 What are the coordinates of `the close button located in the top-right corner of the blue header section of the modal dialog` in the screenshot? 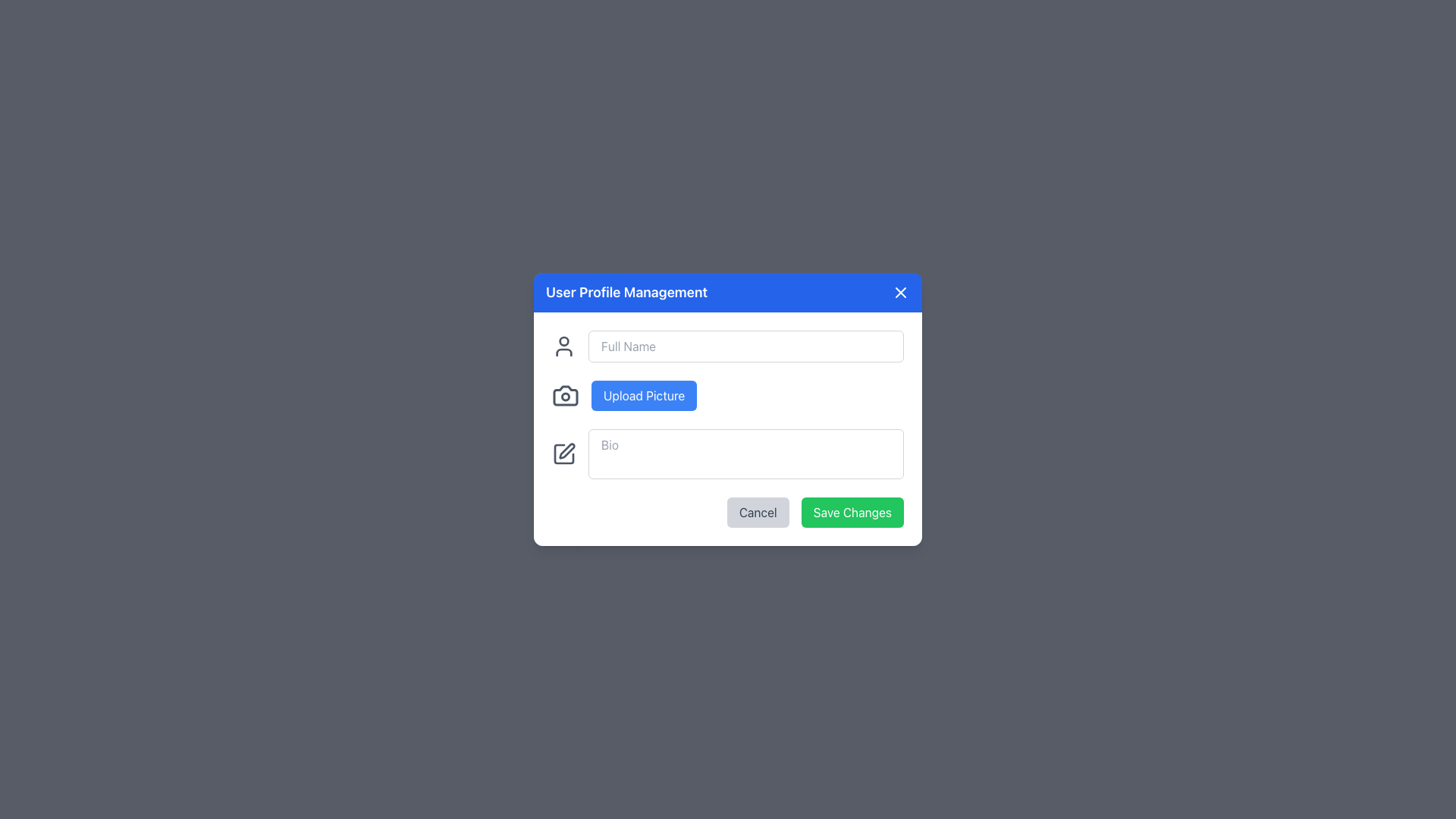 It's located at (901, 292).